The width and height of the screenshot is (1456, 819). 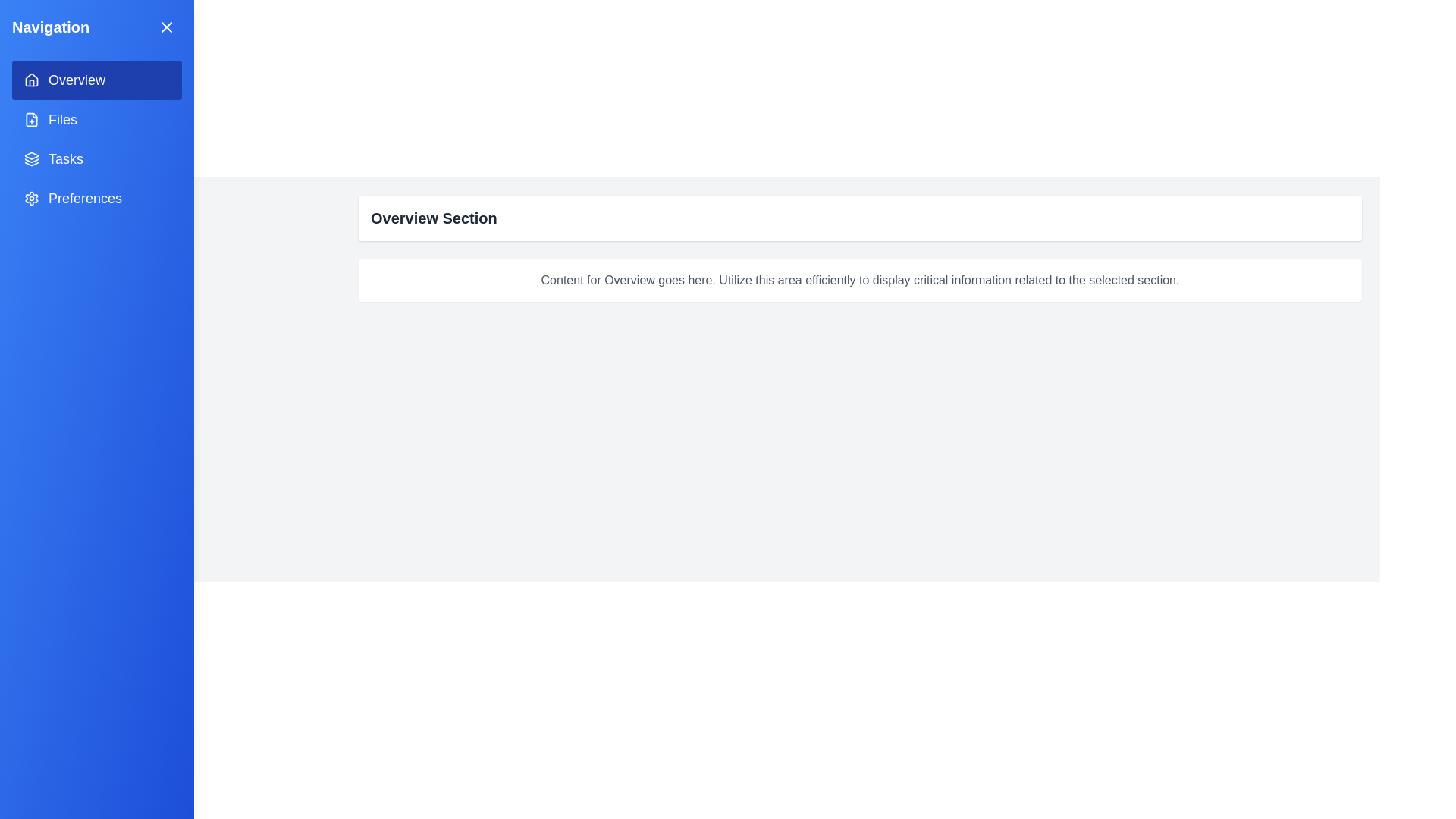 I want to click on the menu item corresponding to Files in the navigation menu, so click(x=96, y=119).